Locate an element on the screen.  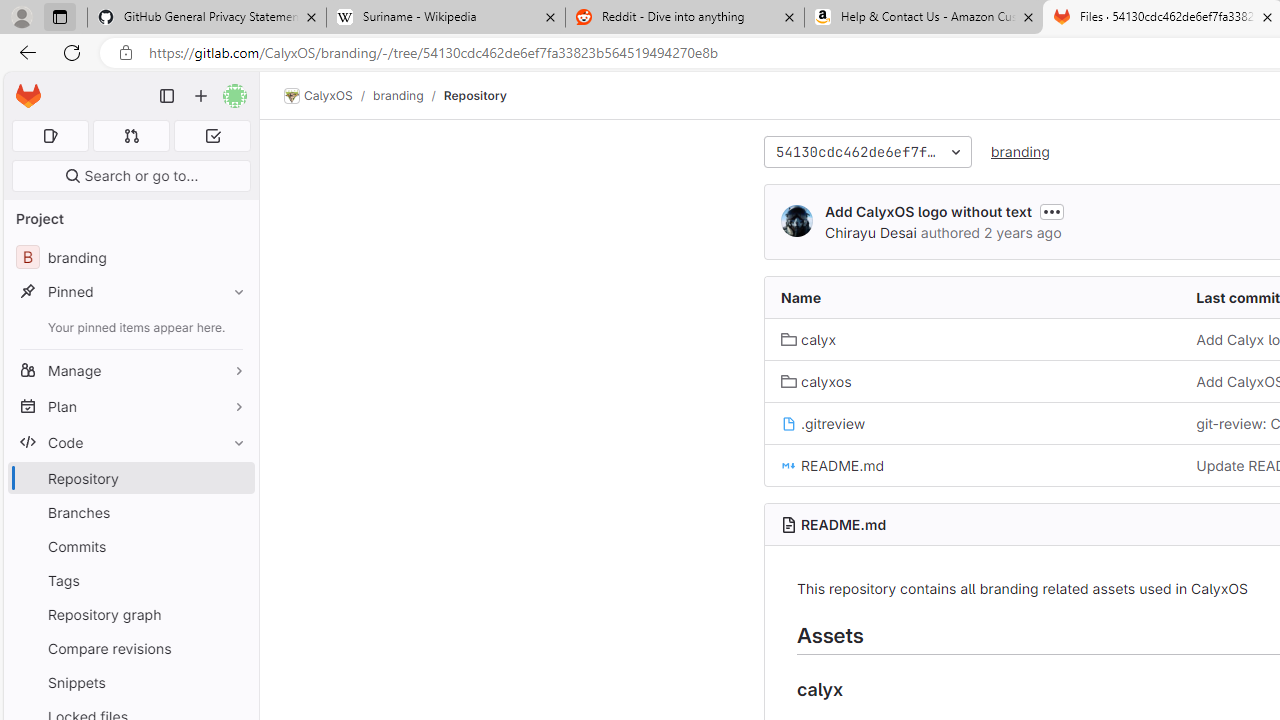
'Compare revisions' is located at coordinates (130, 648).